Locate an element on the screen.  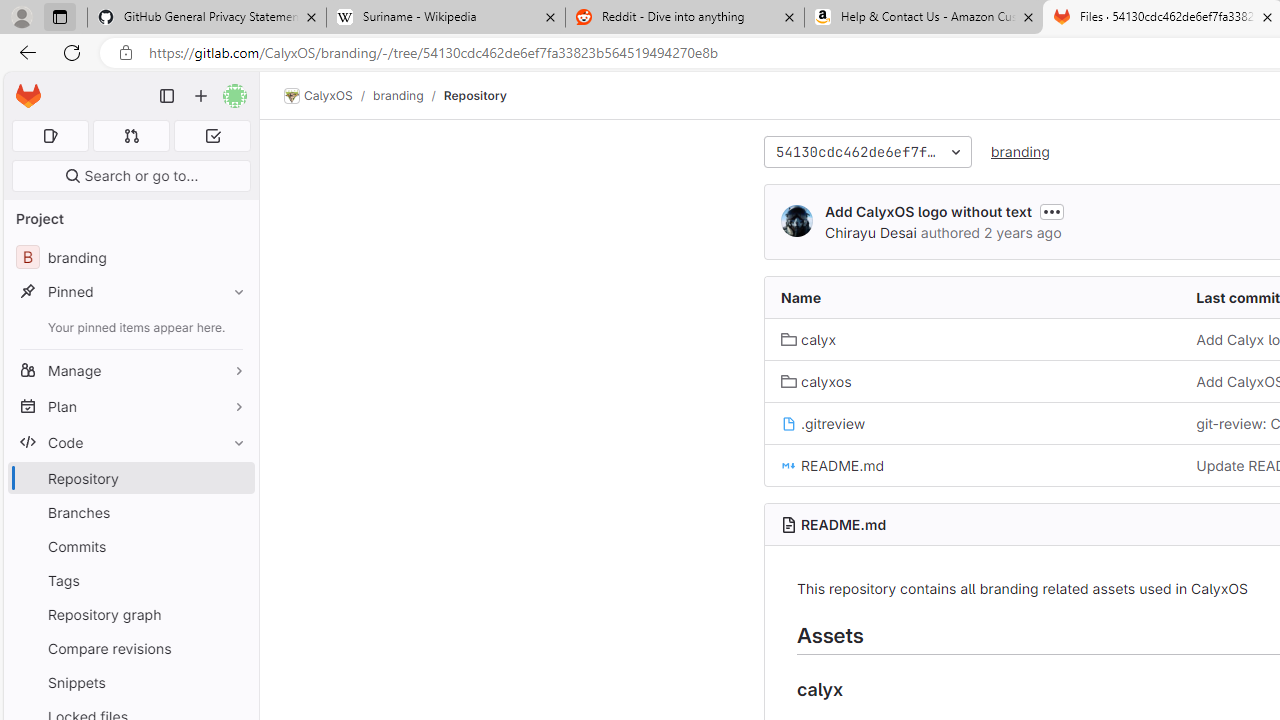
'Compare revisions' is located at coordinates (130, 648).